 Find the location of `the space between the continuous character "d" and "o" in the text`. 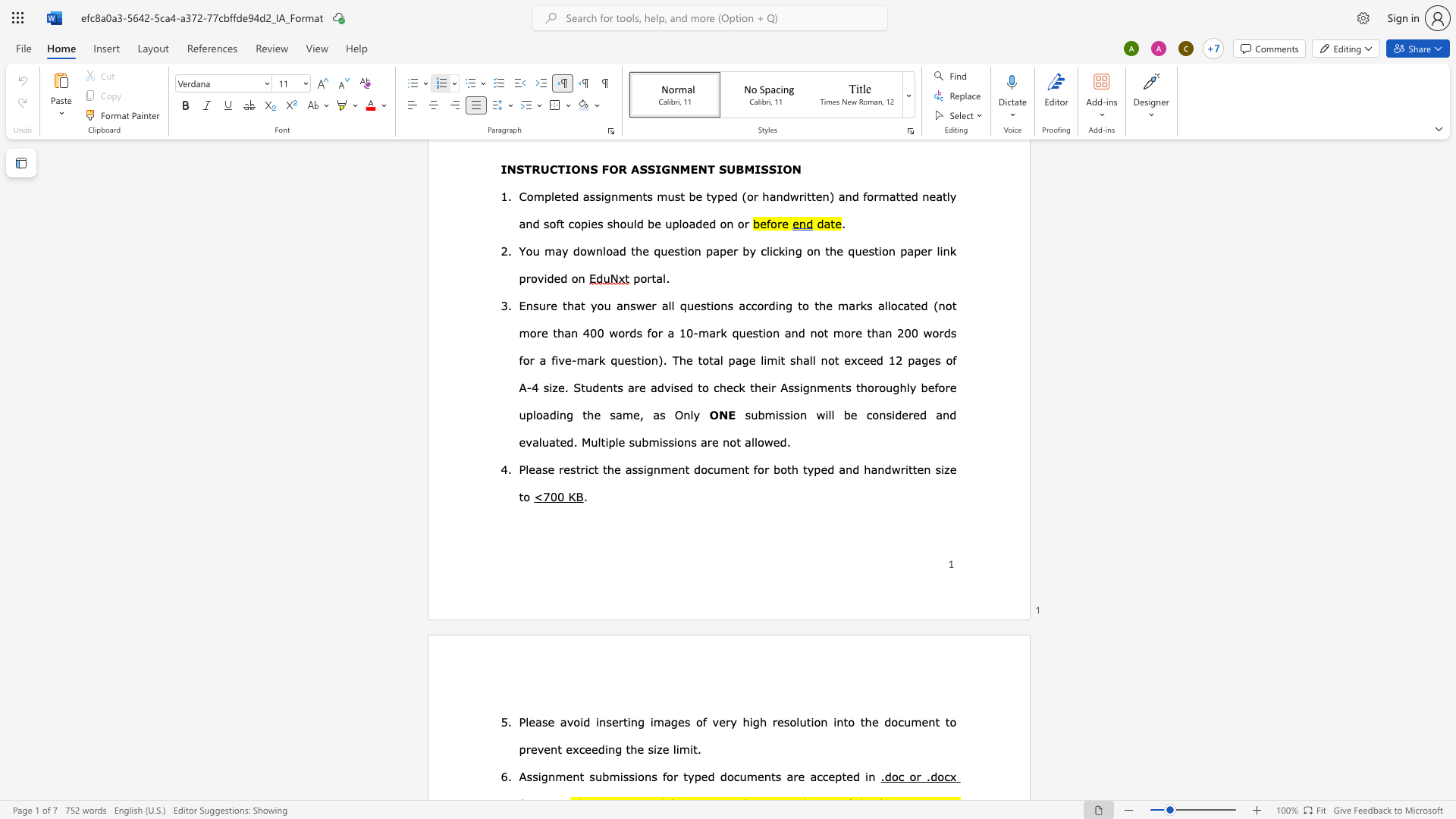

the space between the continuous character "d" and "o" in the text is located at coordinates (700, 468).